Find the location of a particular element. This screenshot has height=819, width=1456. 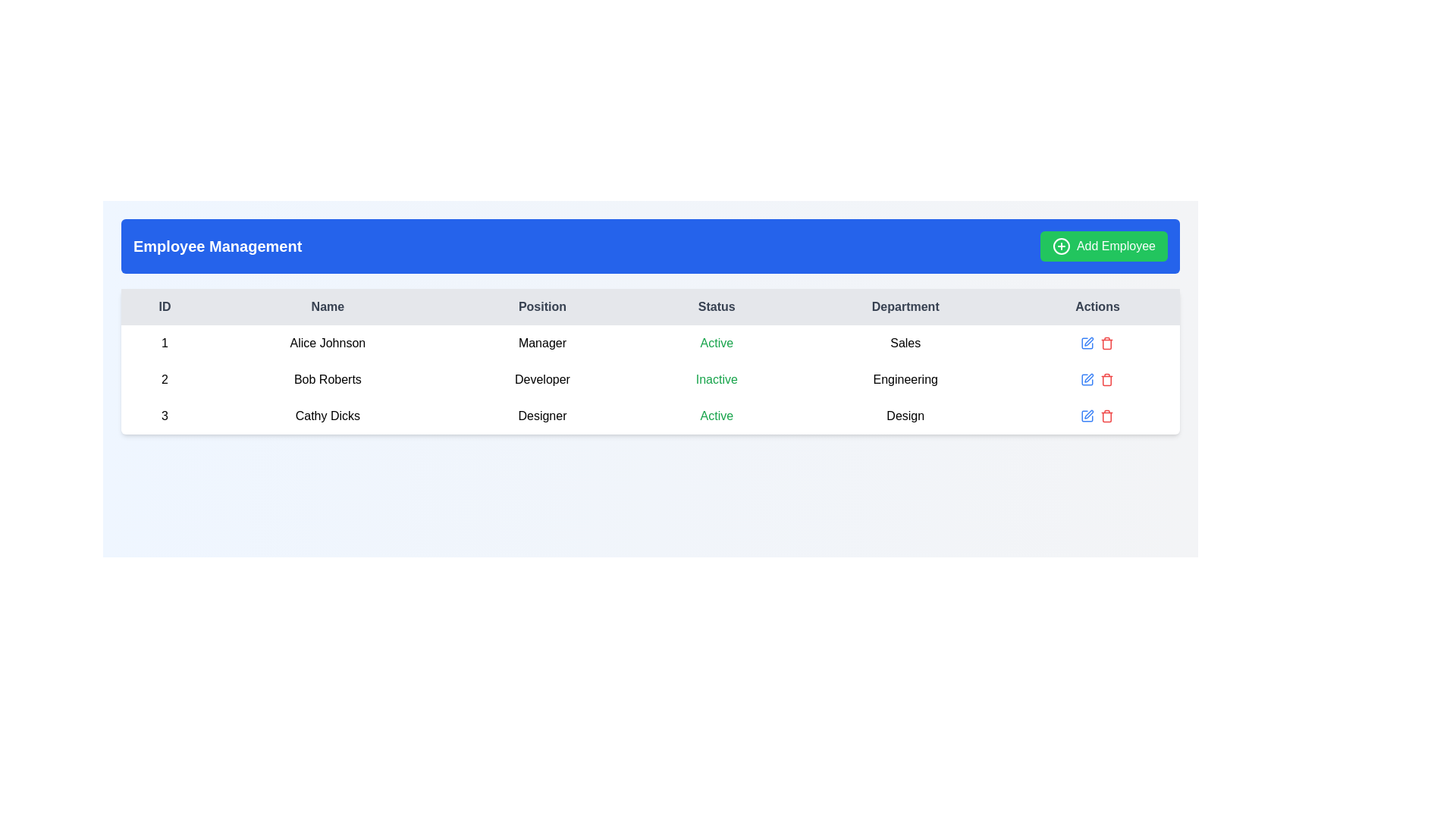

the text label displaying the job title 'Manager', which is located in the second row of the table under the 'Position' column is located at coordinates (542, 343).